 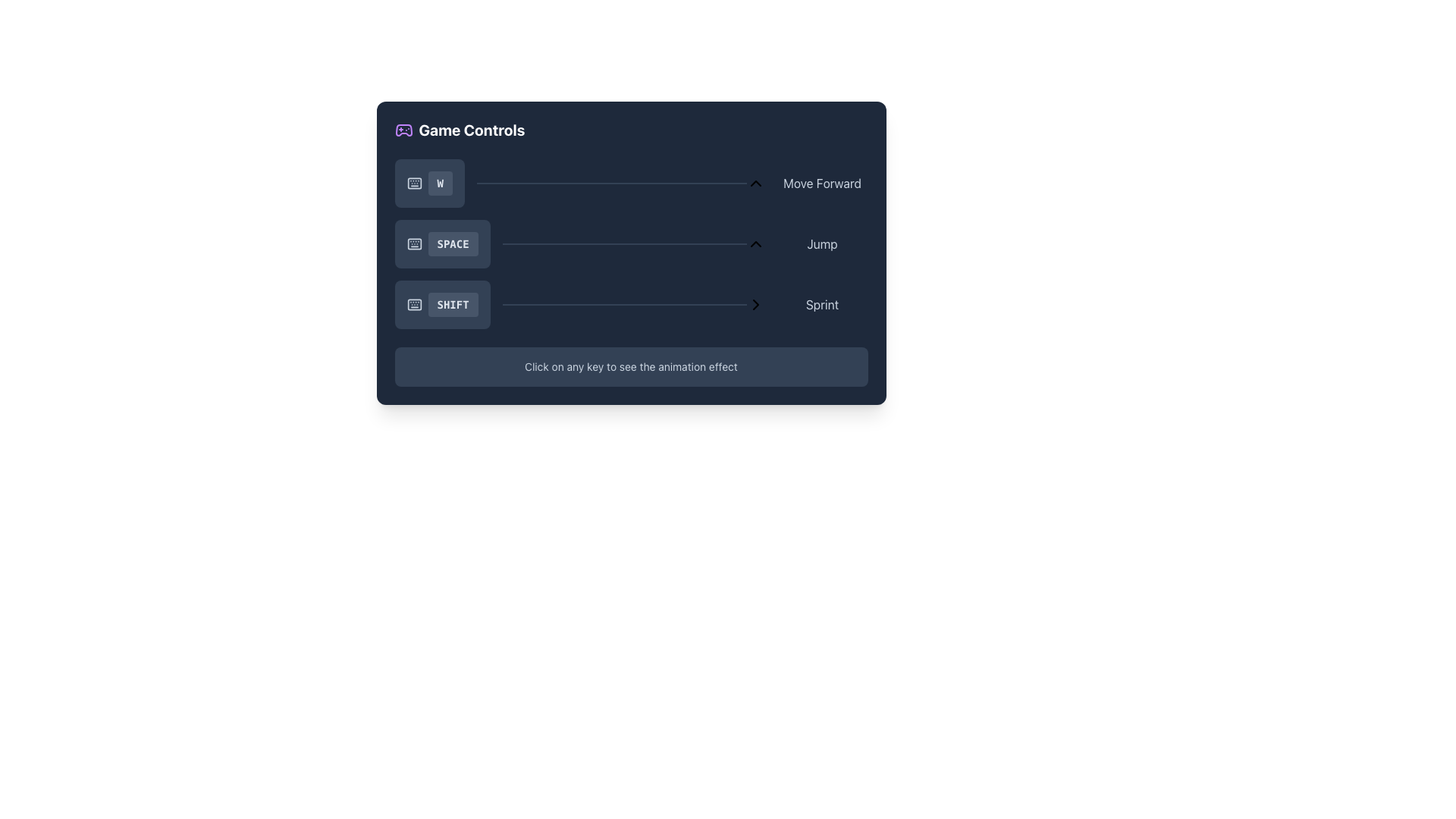 What do you see at coordinates (414, 304) in the screenshot?
I see `the design of the main body of the keyboard represented by the SVG graphic component within the keyboard icon, centrally aligned in the dialog box` at bounding box center [414, 304].